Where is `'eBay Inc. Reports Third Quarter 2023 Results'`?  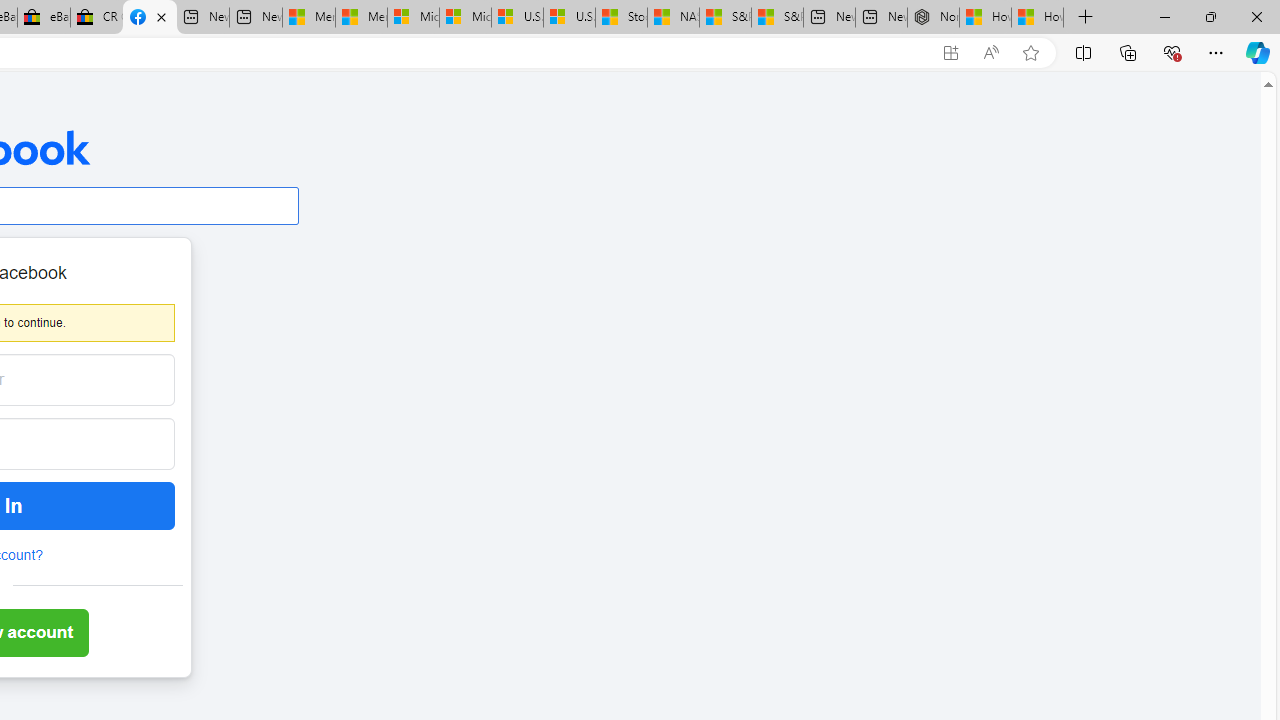 'eBay Inc. Reports Third Quarter 2023 Results' is located at coordinates (44, 17).